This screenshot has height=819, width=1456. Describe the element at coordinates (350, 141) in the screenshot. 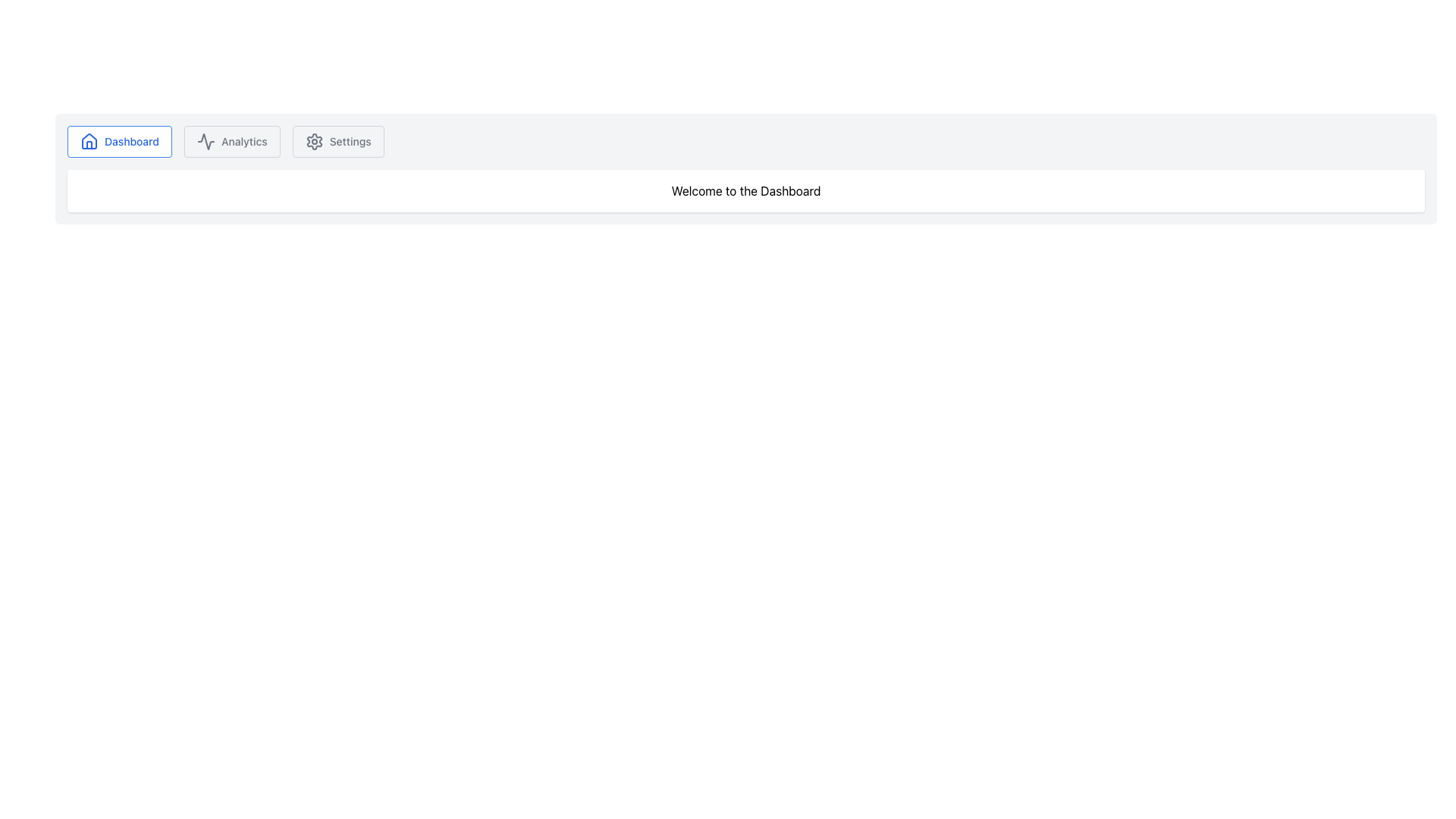

I see `the settings text label located in the header navigation bar, which is the third option after 'Dashboard' and 'Analytics'` at that location.